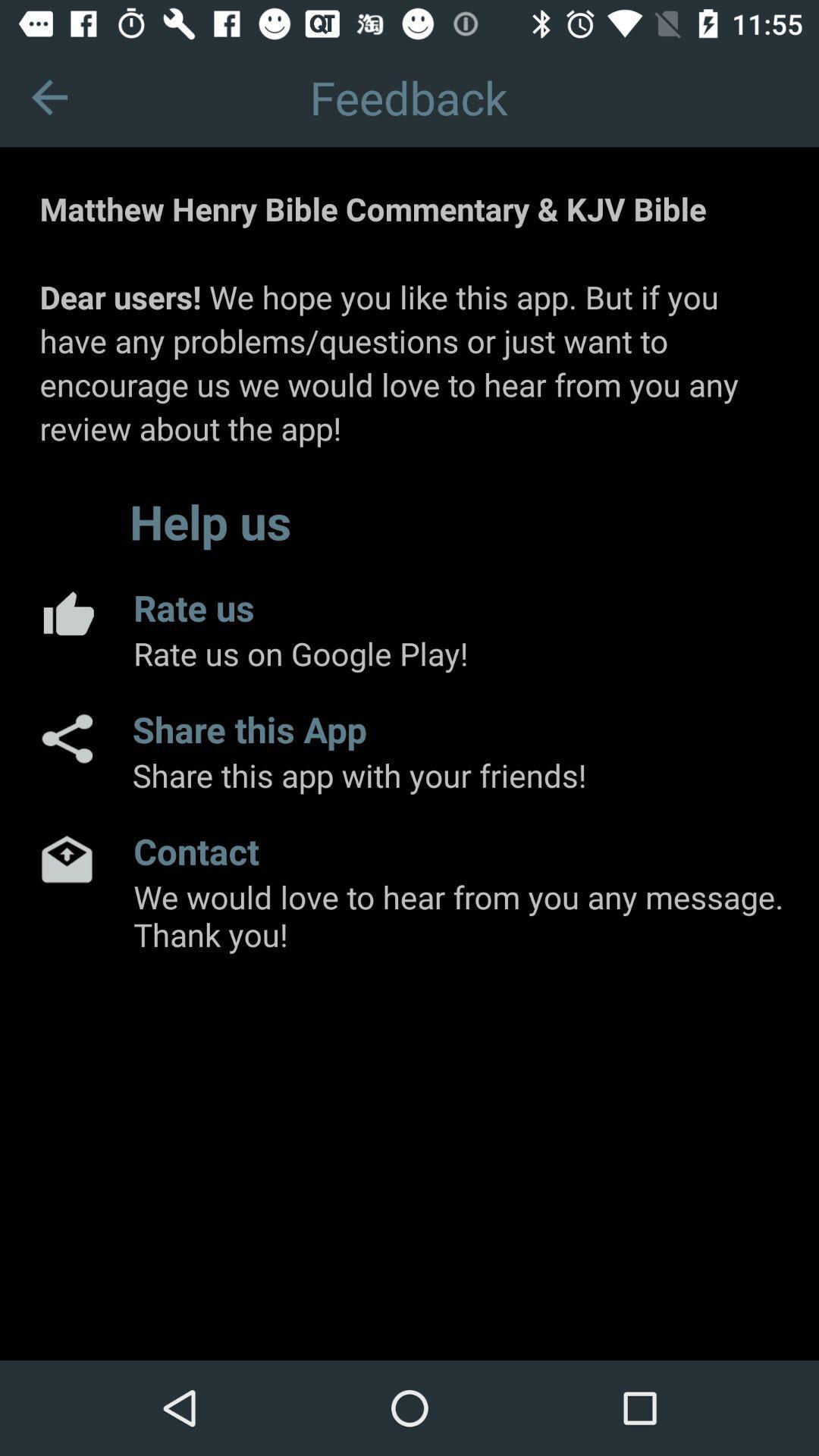 This screenshot has width=819, height=1456. Describe the element at coordinates (65, 739) in the screenshot. I see `the icon to the left of the share this app` at that location.